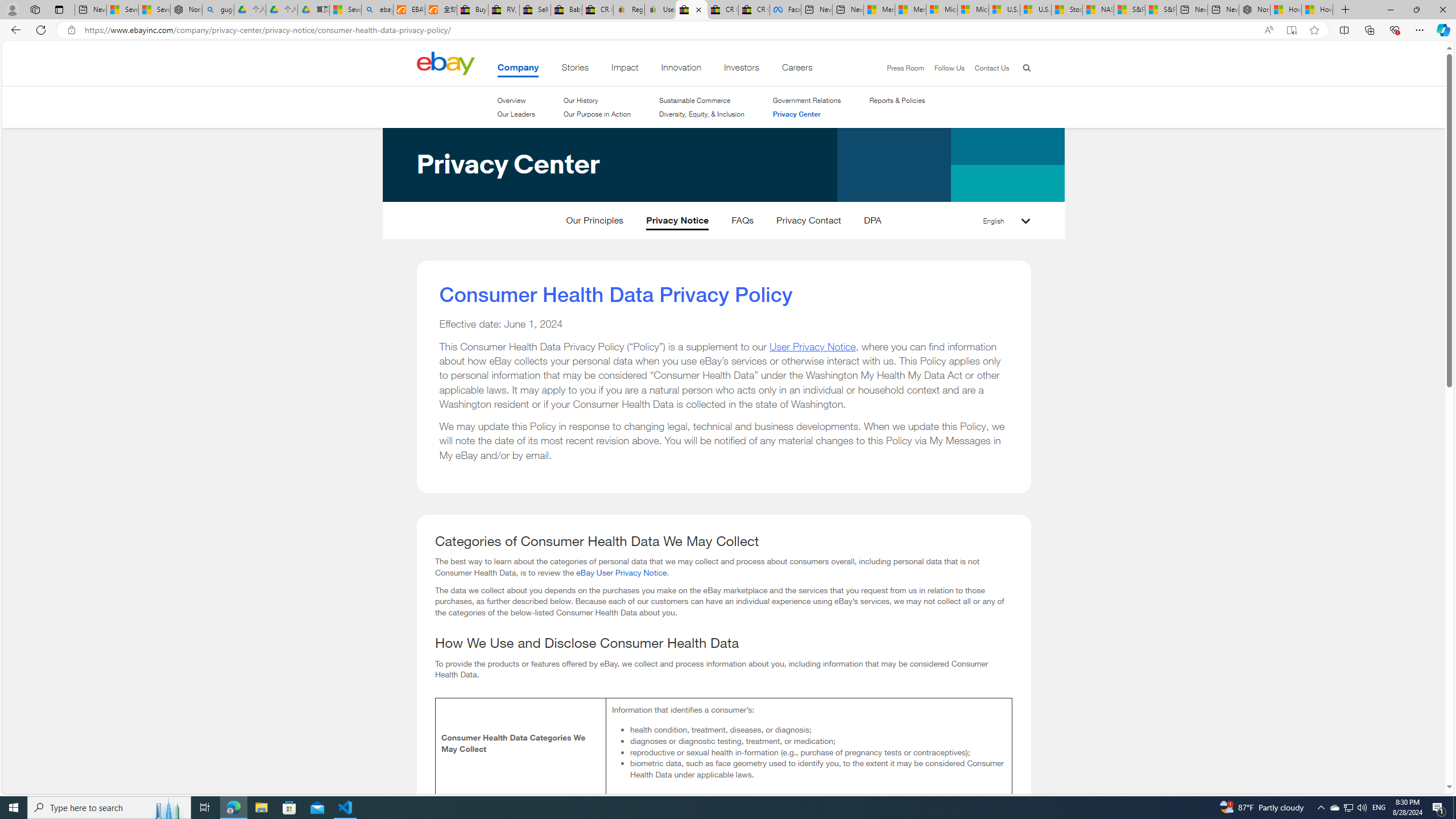 Image resolution: width=1456 pixels, height=819 pixels. Describe the element at coordinates (515, 113) in the screenshot. I see `'Our Leaders'` at that location.